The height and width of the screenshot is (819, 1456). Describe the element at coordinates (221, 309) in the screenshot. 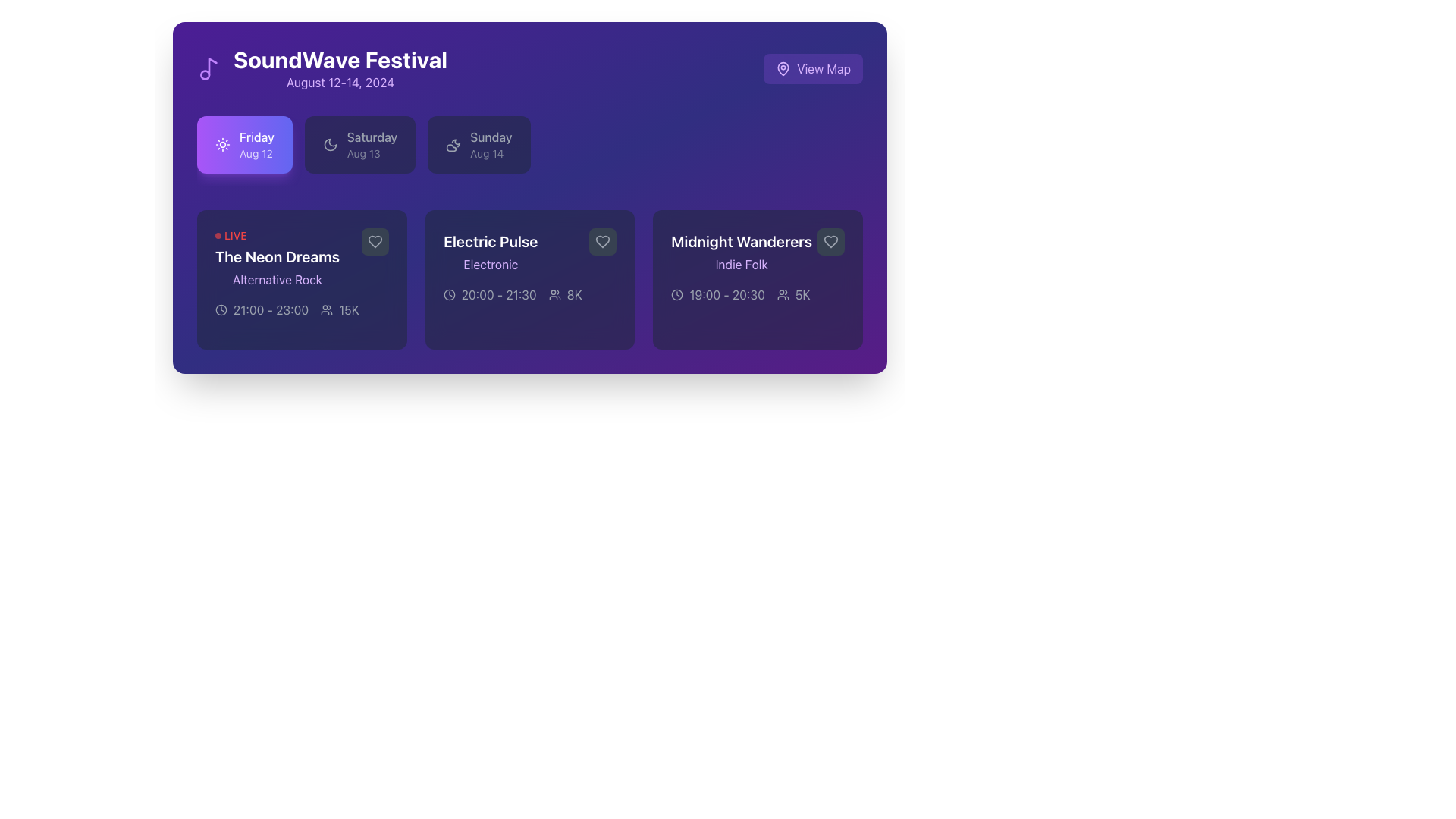

I see `the SVG circle graphic that represents the boundary of a circular clock face in the clock icon, located adjacent to the 'Sunday, Aug 14' button` at that location.